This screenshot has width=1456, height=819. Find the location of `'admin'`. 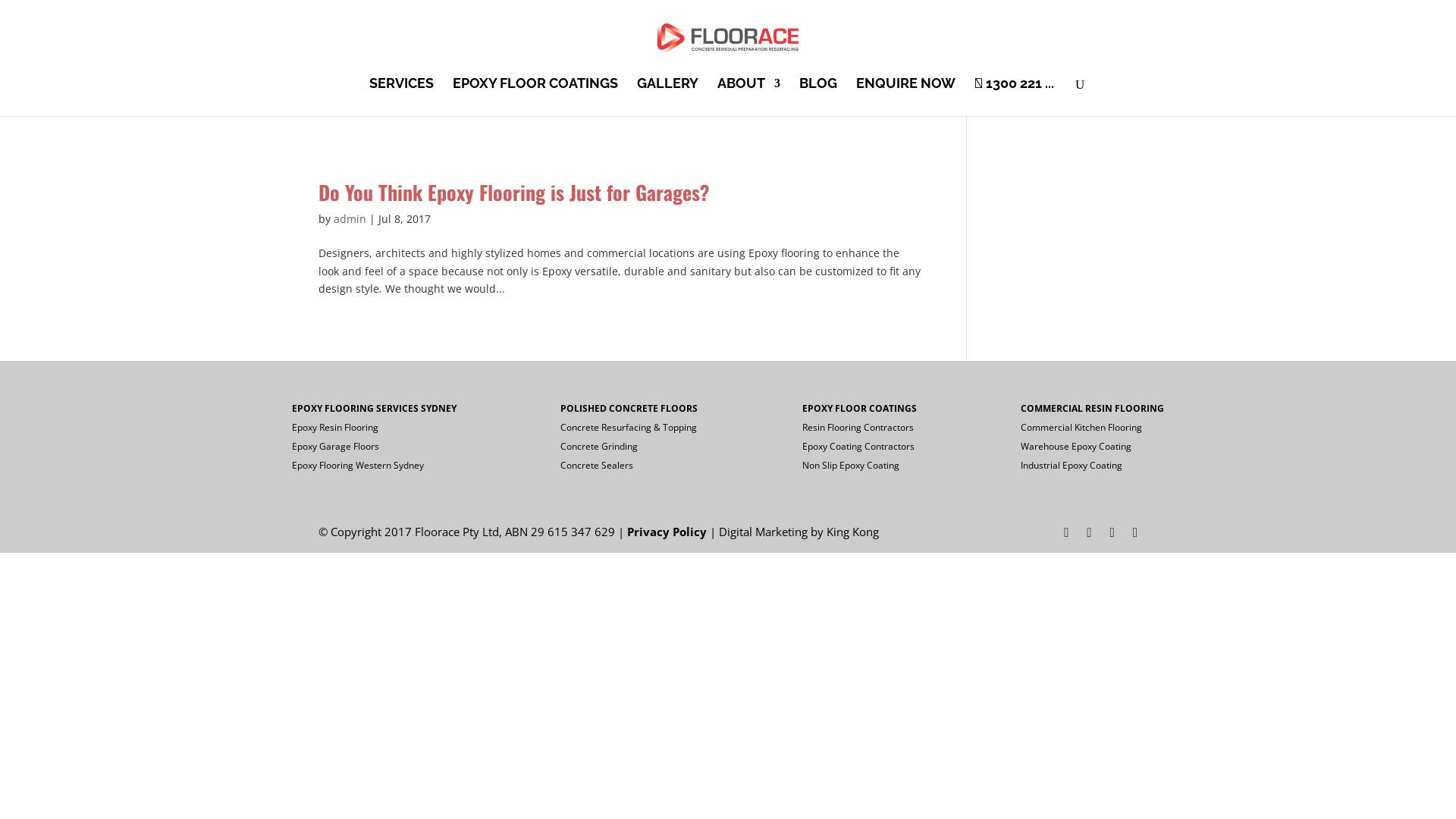

'admin' is located at coordinates (349, 218).